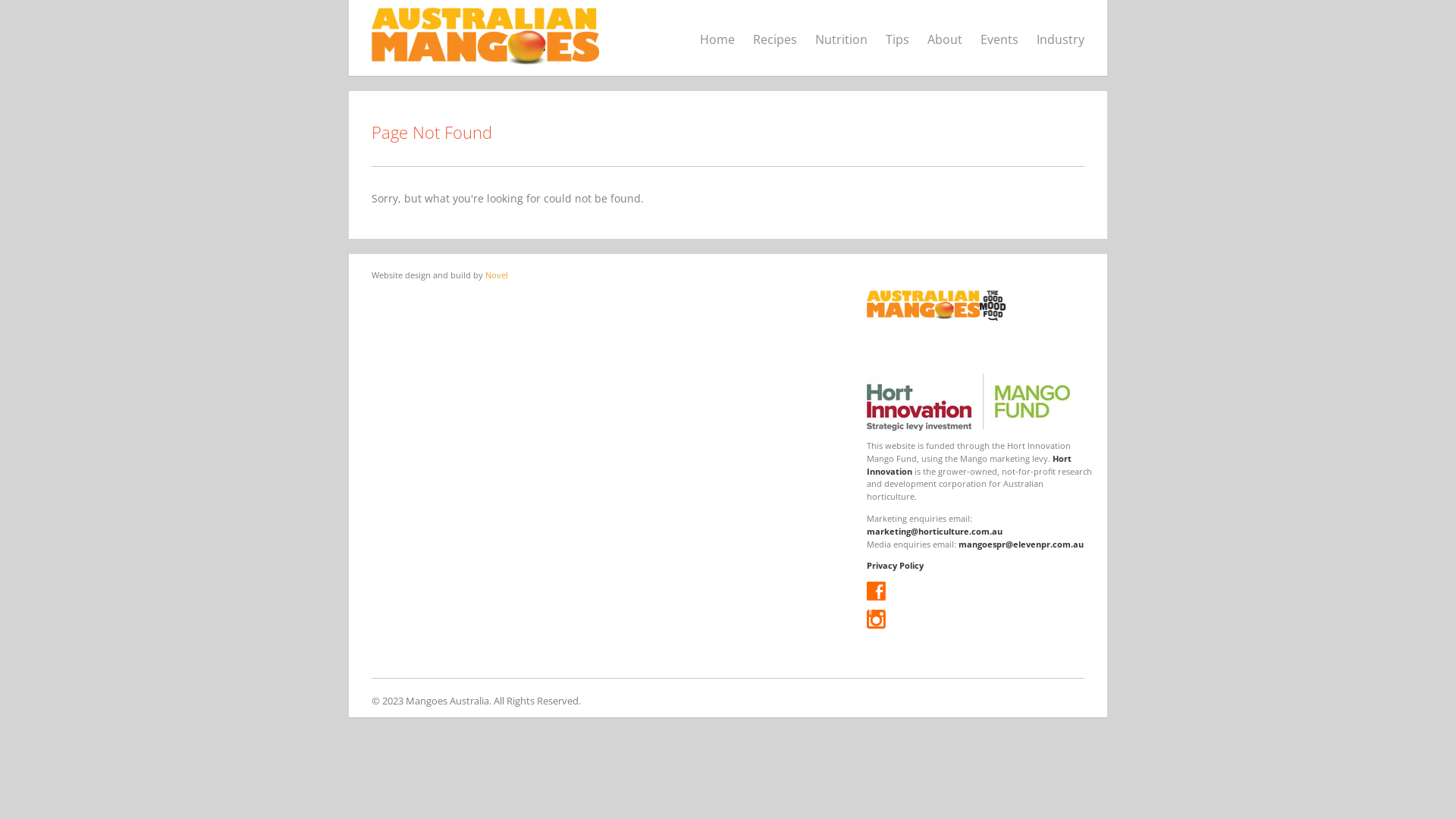 This screenshot has width=1456, height=819. Describe the element at coordinates (496, 275) in the screenshot. I see `'Novel'` at that location.